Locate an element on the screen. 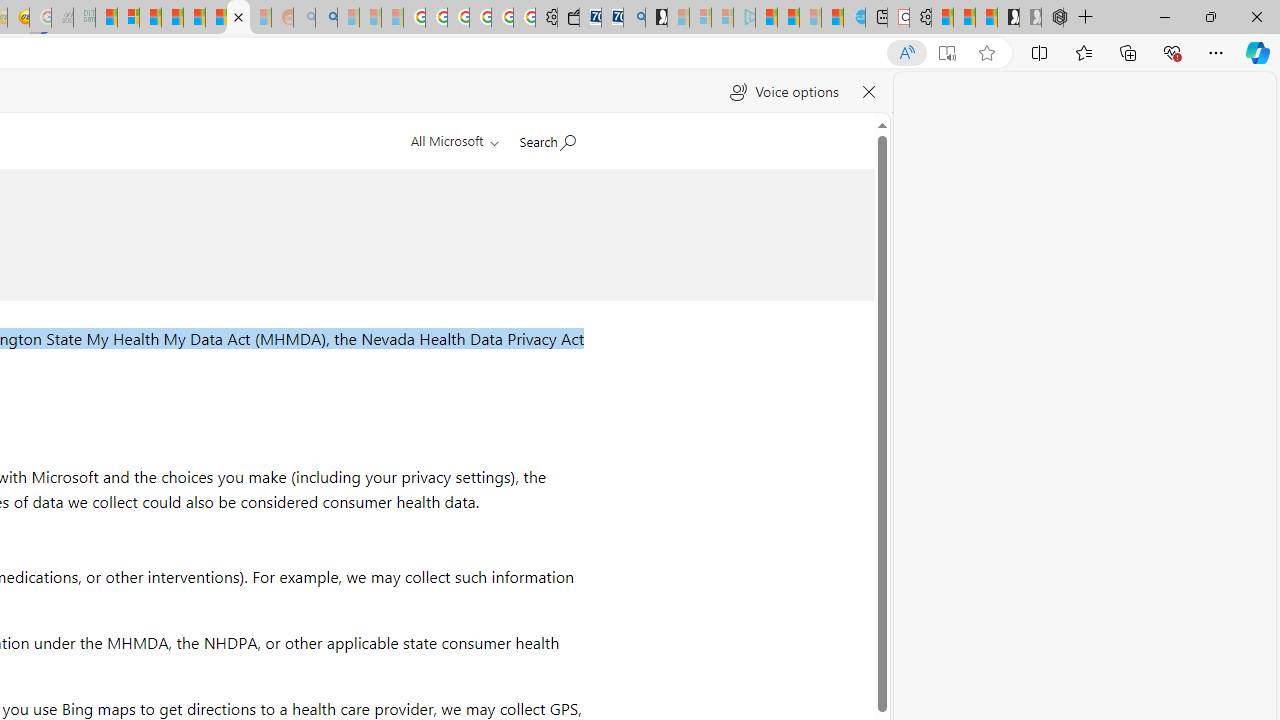 Image resolution: width=1280 pixels, height=720 pixels. 'Microsoft Start Gaming' is located at coordinates (656, 17).